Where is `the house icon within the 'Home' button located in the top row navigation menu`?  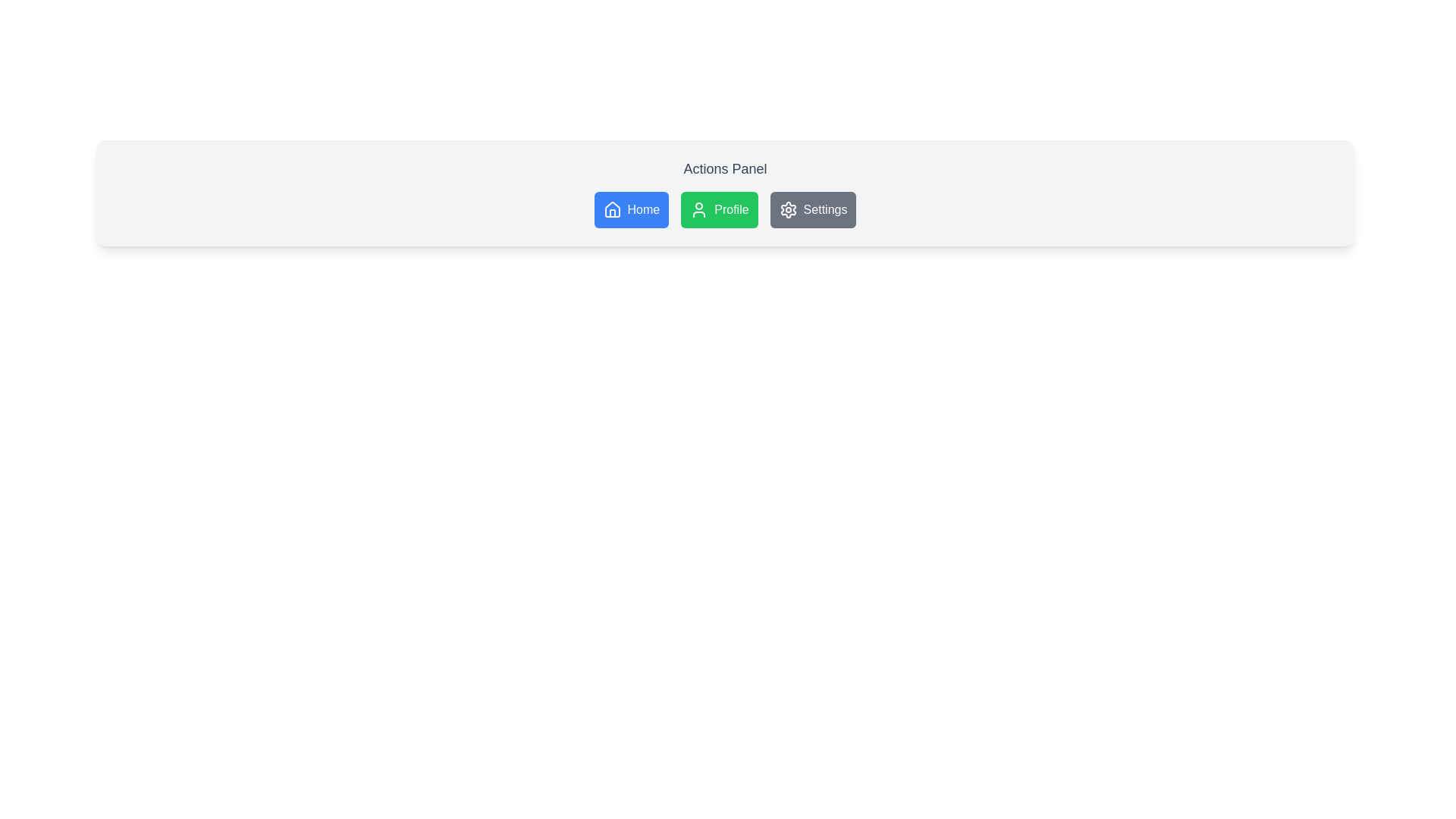
the house icon within the 'Home' button located in the top row navigation menu is located at coordinates (612, 209).